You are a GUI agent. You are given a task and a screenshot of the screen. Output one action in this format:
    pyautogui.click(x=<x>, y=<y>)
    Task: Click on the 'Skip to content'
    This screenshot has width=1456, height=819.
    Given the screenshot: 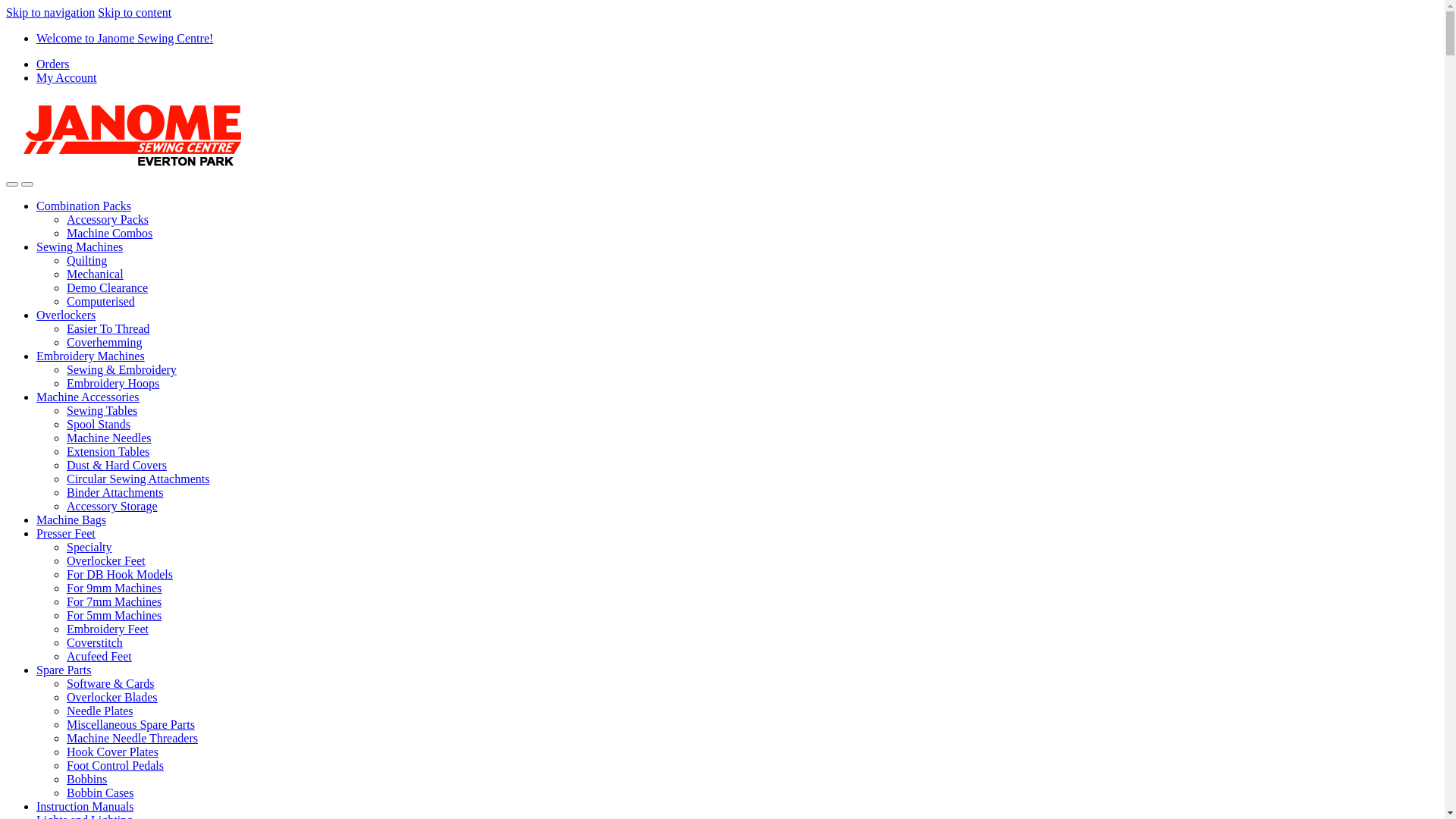 What is the action you would take?
    pyautogui.click(x=134, y=12)
    